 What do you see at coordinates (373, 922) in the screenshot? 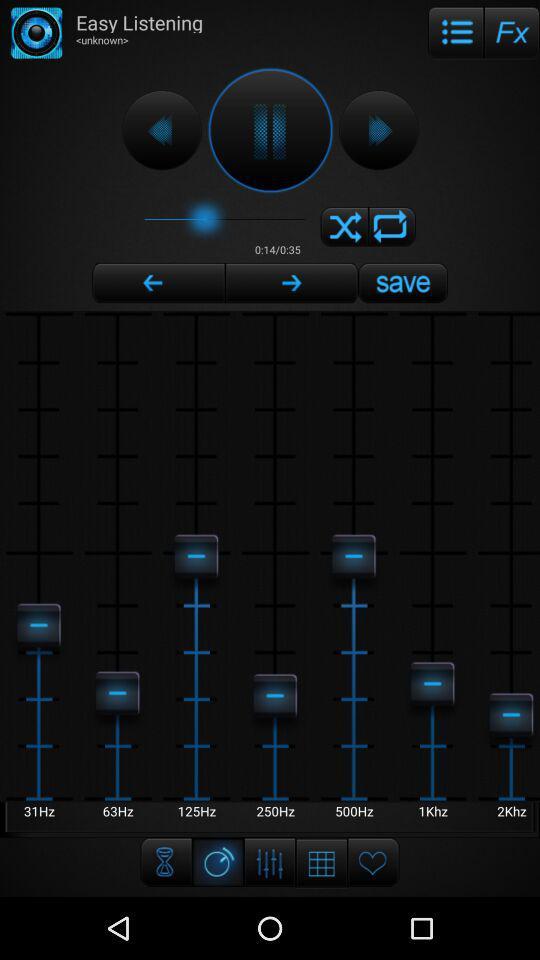
I see `the favorite icon` at bounding box center [373, 922].